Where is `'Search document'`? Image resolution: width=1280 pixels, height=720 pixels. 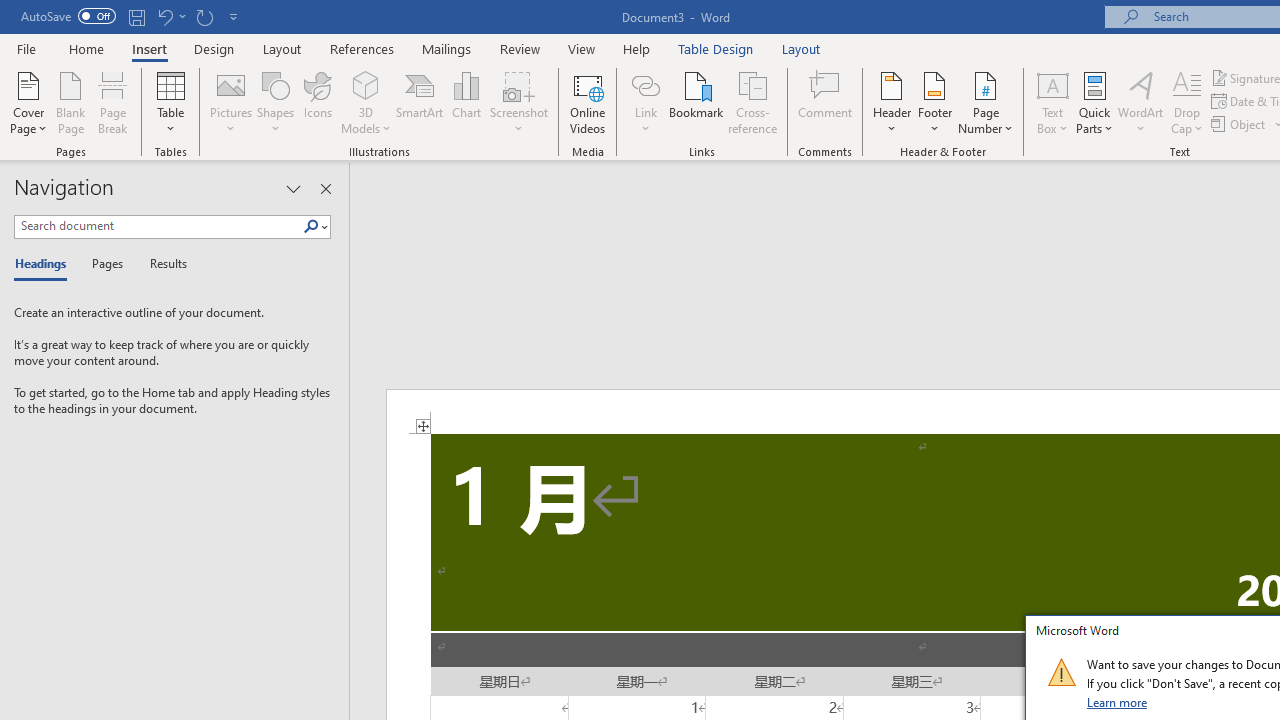 'Search document' is located at coordinates (157, 225).